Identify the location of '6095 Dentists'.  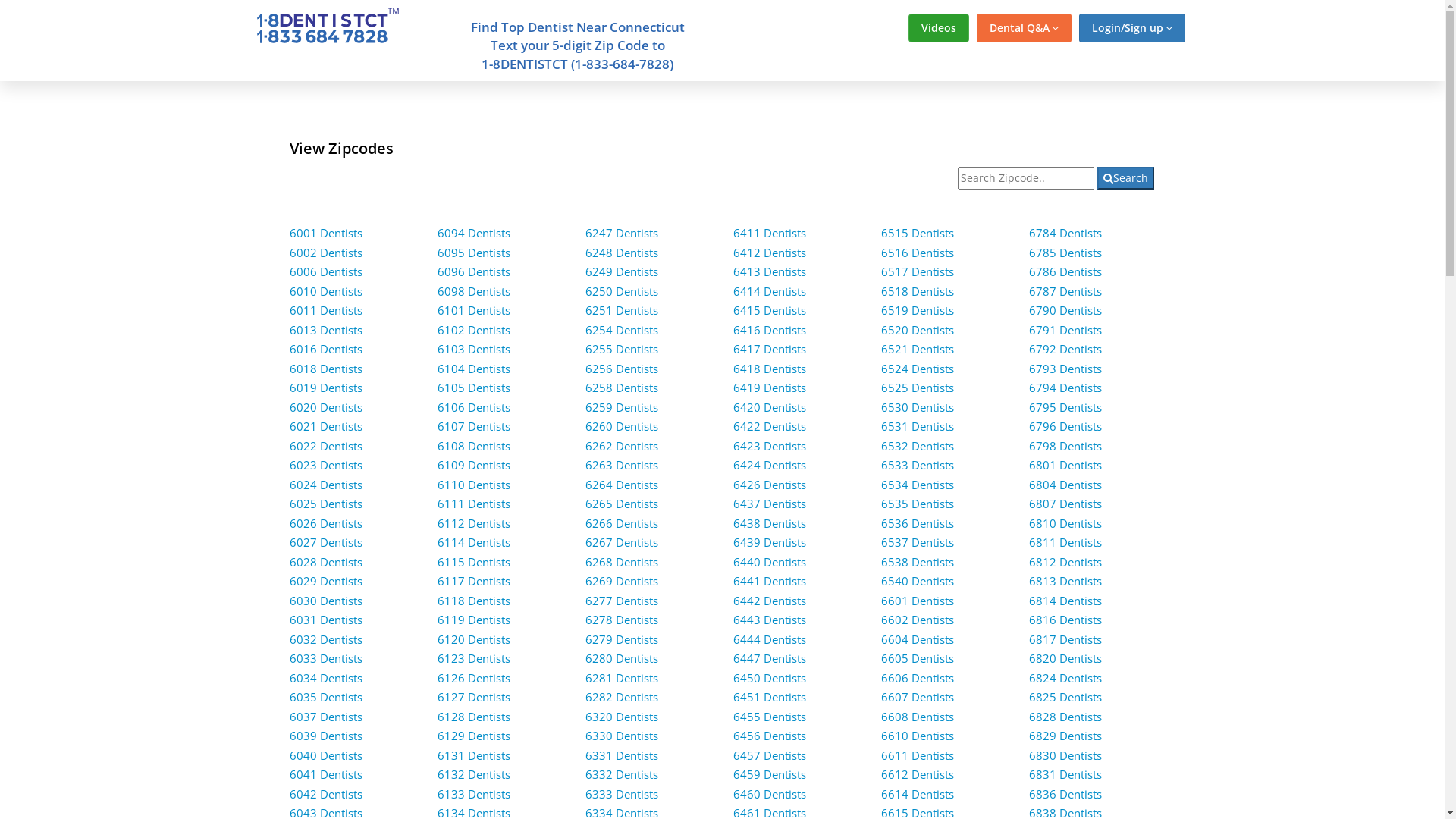
(472, 251).